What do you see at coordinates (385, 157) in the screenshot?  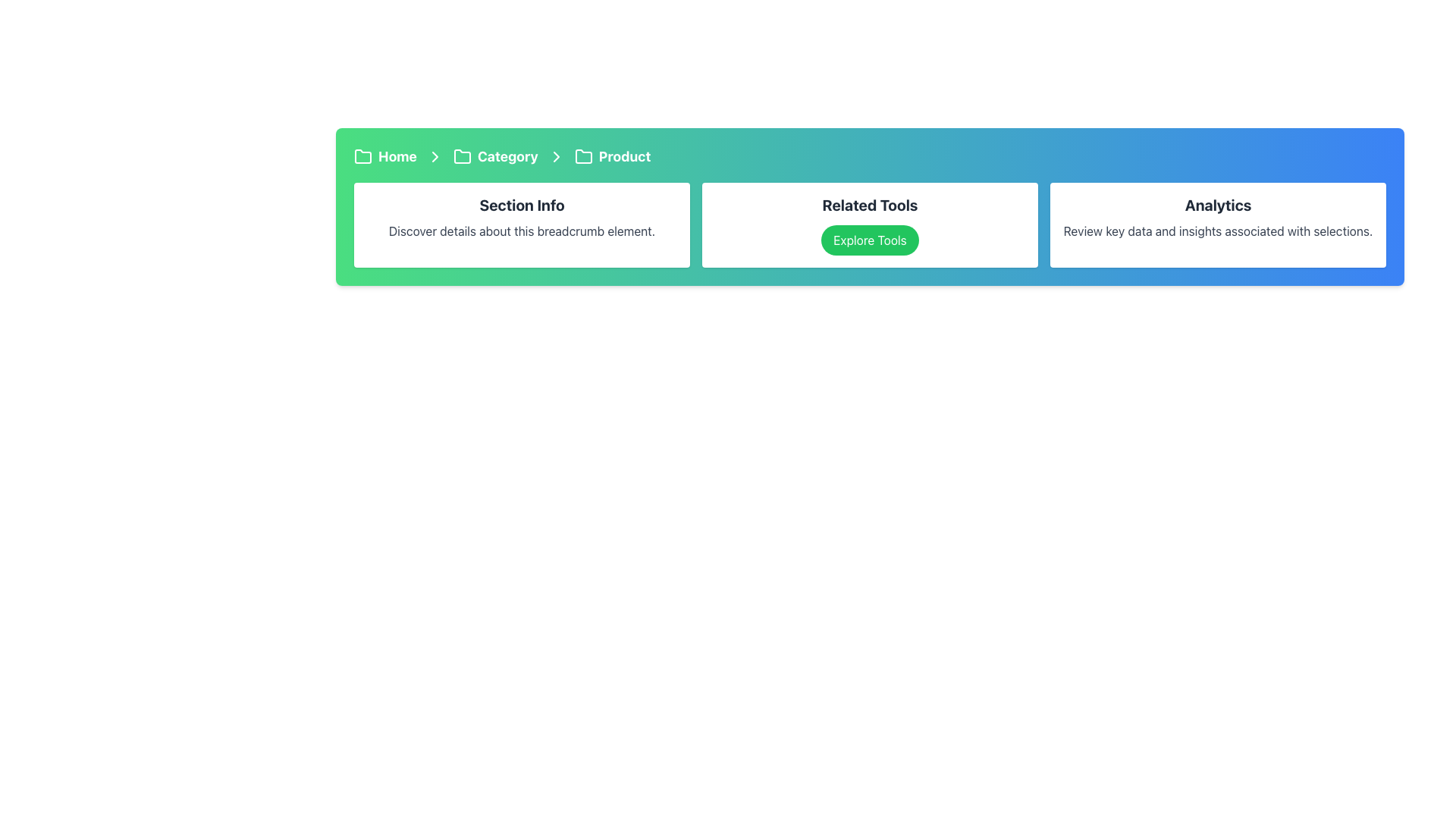 I see `the hyperlink located at the top-left part of the breadcrumb navigation` at bounding box center [385, 157].